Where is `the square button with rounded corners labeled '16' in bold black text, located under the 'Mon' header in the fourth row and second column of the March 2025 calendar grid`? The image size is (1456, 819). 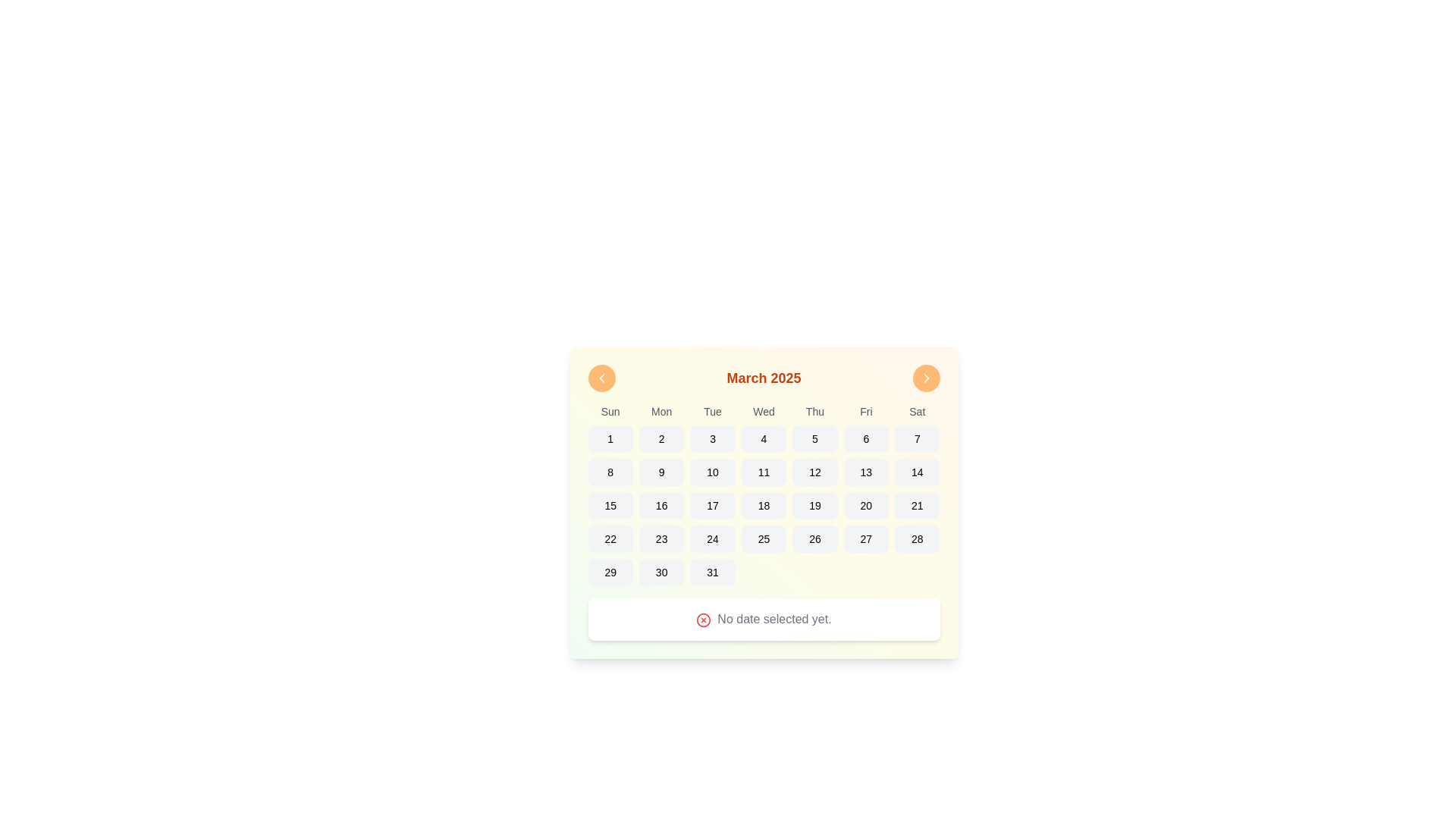
the square button with rounded corners labeled '16' in bold black text, located under the 'Mon' header in the fourth row and second column of the March 2025 calendar grid is located at coordinates (661, 506).